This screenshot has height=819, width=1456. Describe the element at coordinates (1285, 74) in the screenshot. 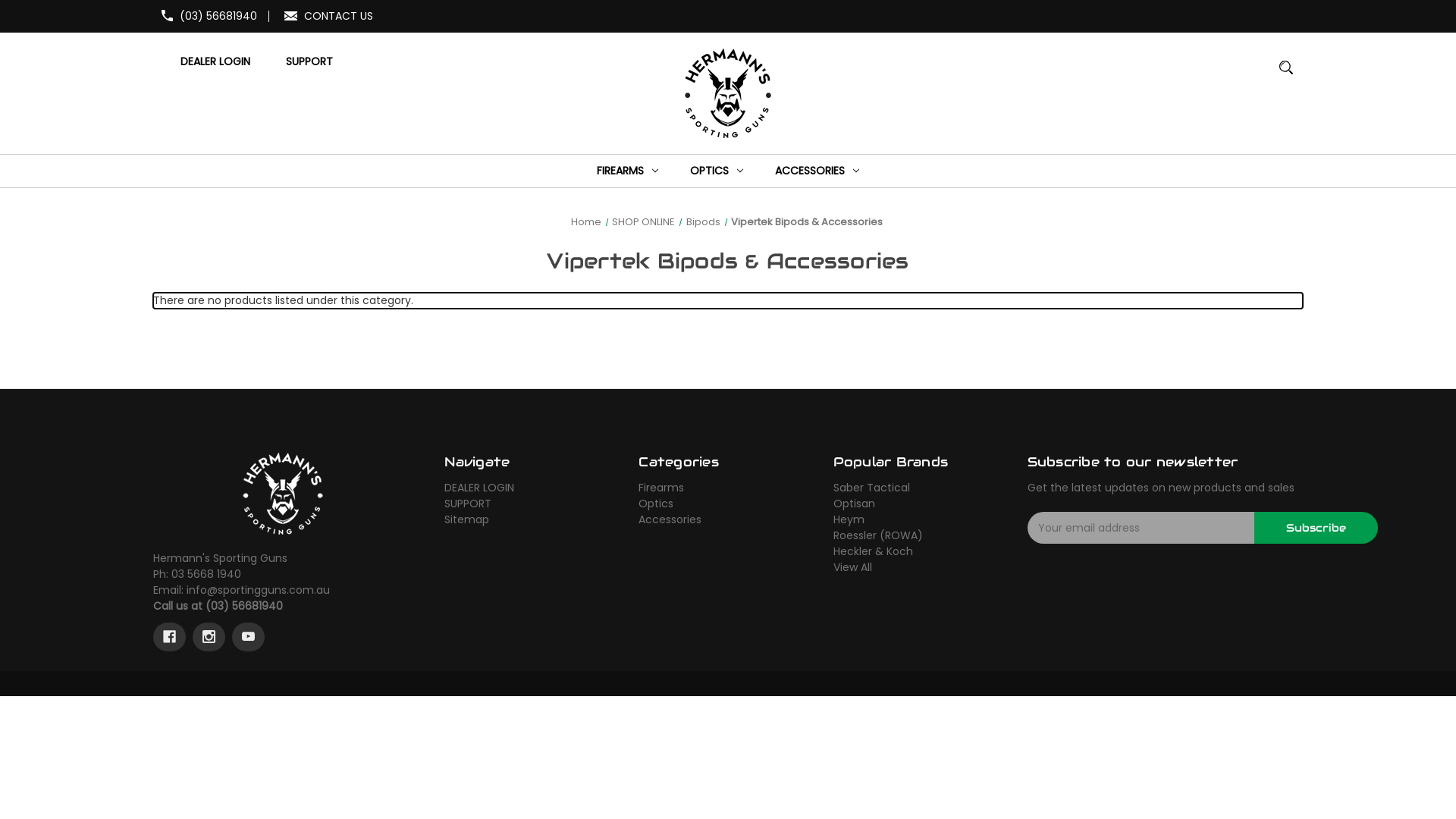

I see `'MAGNIFYING GLASS IMAGE LARGE RED CIRCLE WITH A BLACK BORDER'` at that location.